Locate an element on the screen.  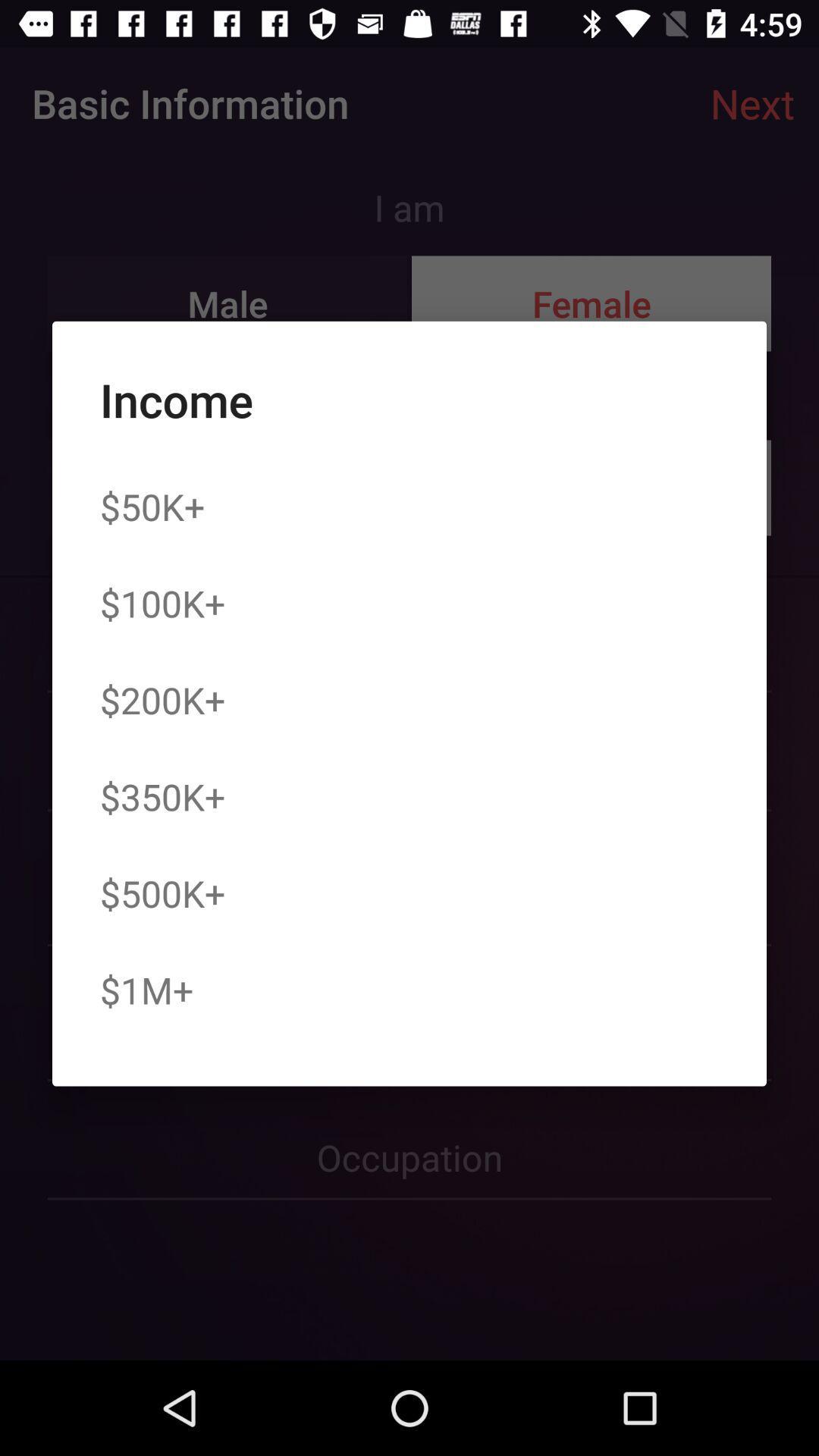
the icon above the $1m+ item is located at coordinates (162, 893).